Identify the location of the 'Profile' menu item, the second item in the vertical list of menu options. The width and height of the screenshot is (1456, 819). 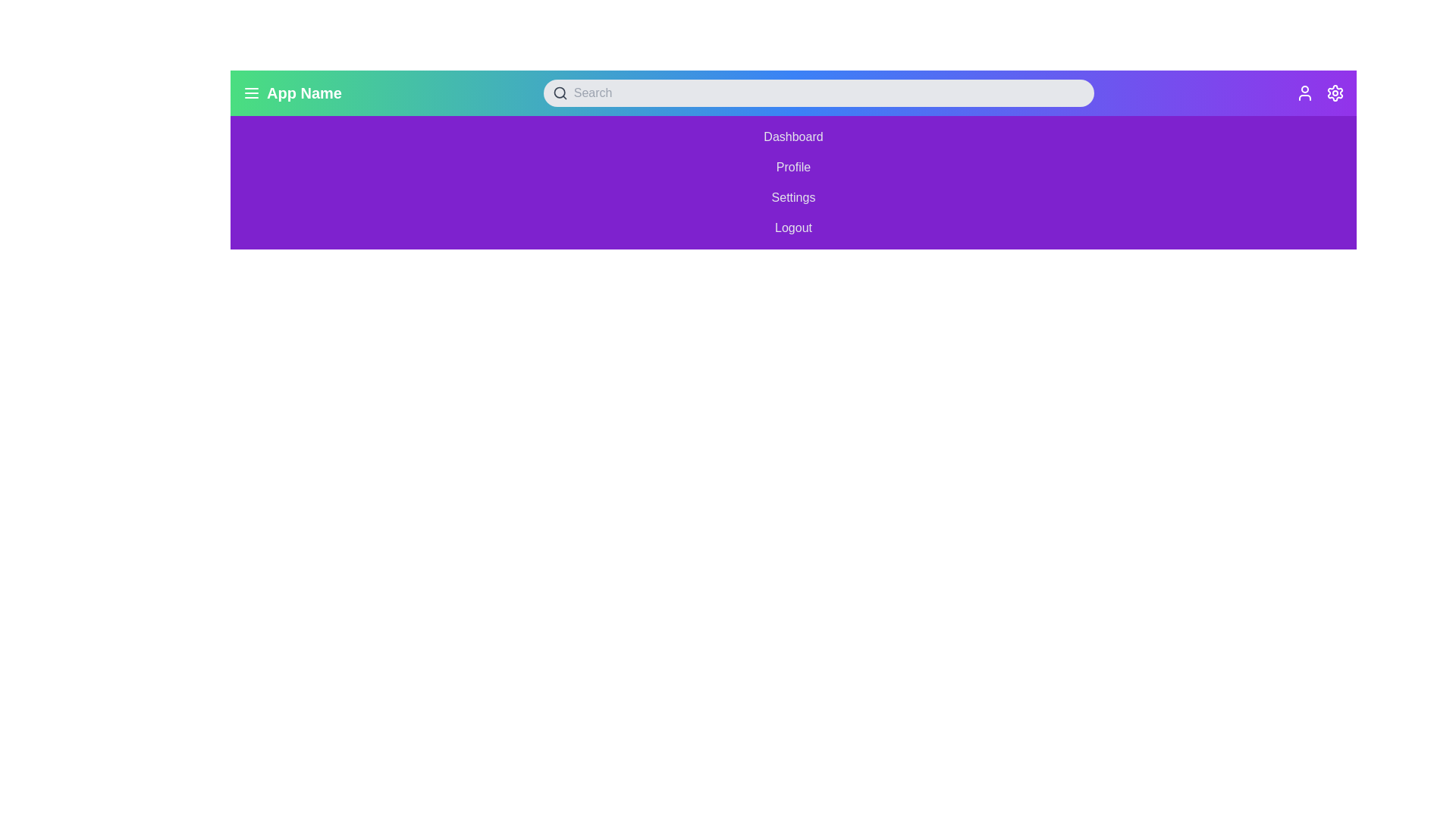
(792, 167).